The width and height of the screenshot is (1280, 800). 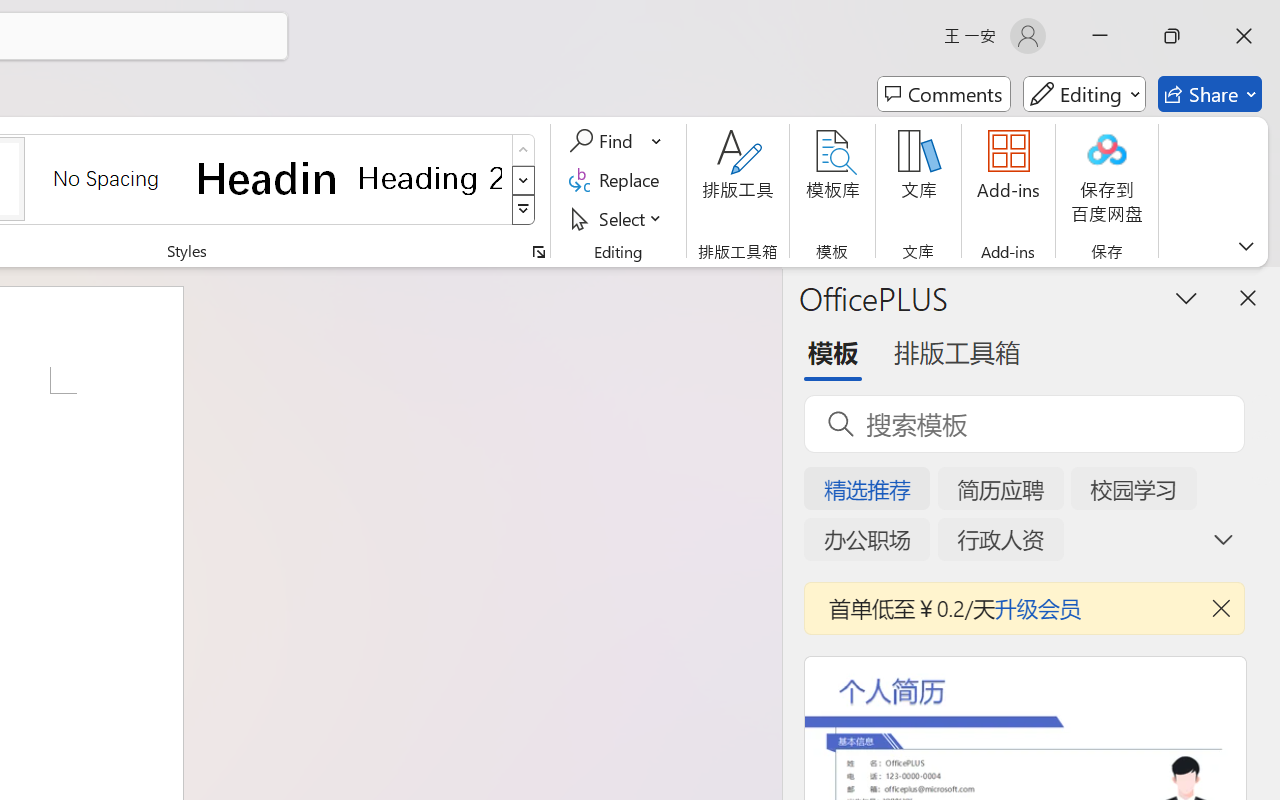 I want to click on 'Styles', so click(x=523, y=210).